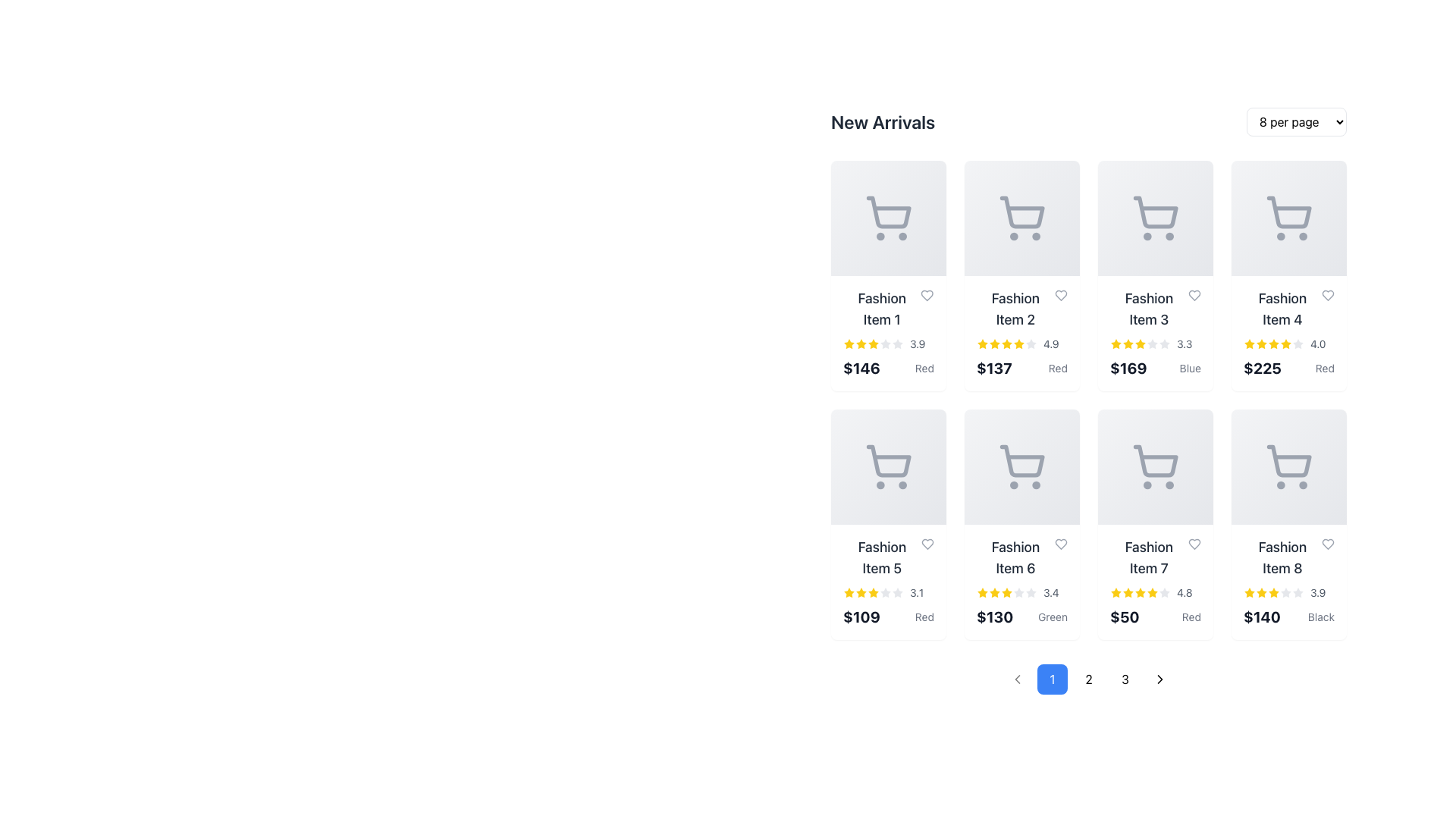 This screenshot has width=1456, height=819. I want to click on the fourth star in the 5-star rating system for 'Fashion Item 3' to rate it, so click(1153, 344).